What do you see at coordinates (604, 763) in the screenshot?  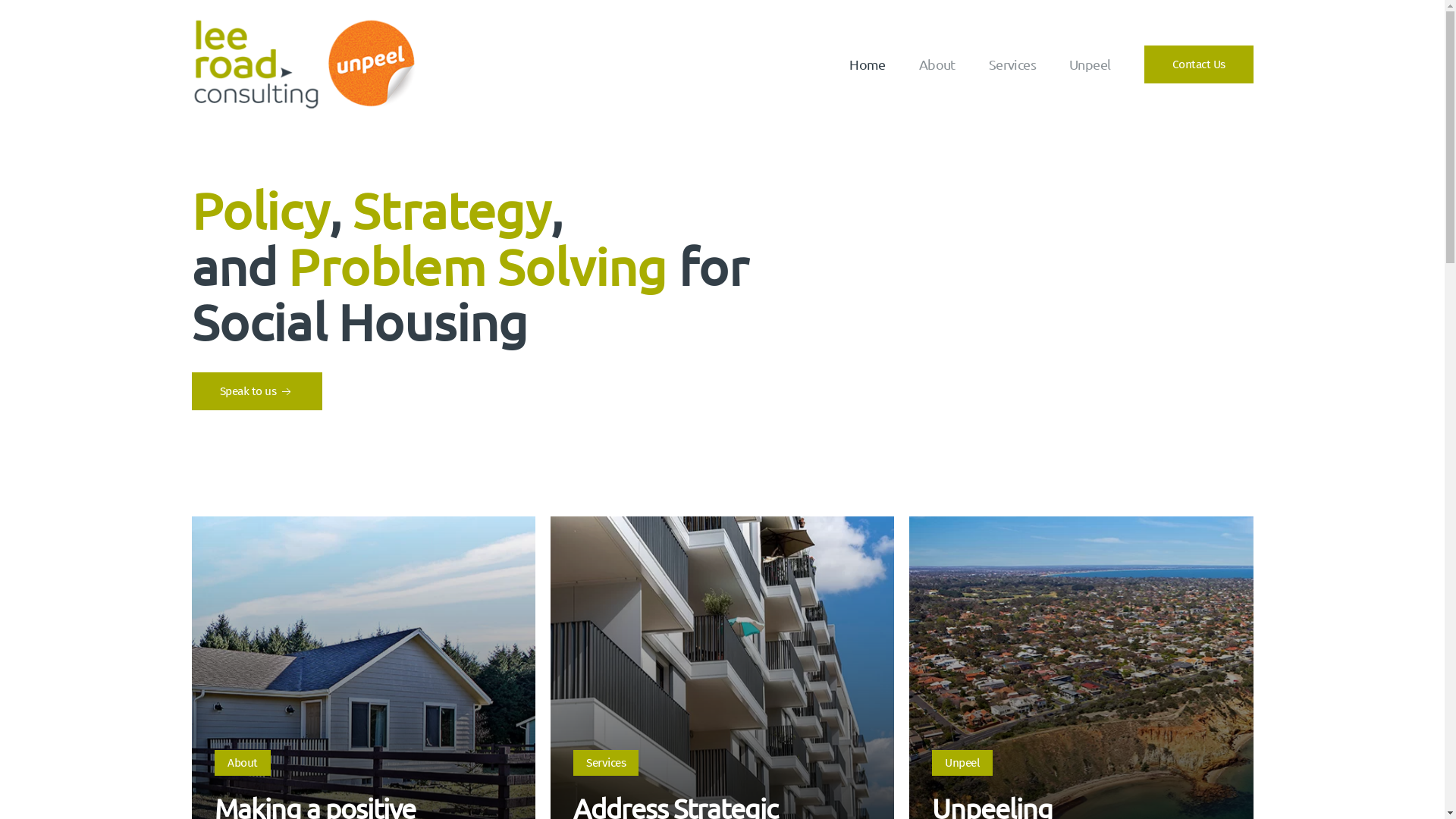 I see `'Services'` at bounding box center [604, 763].